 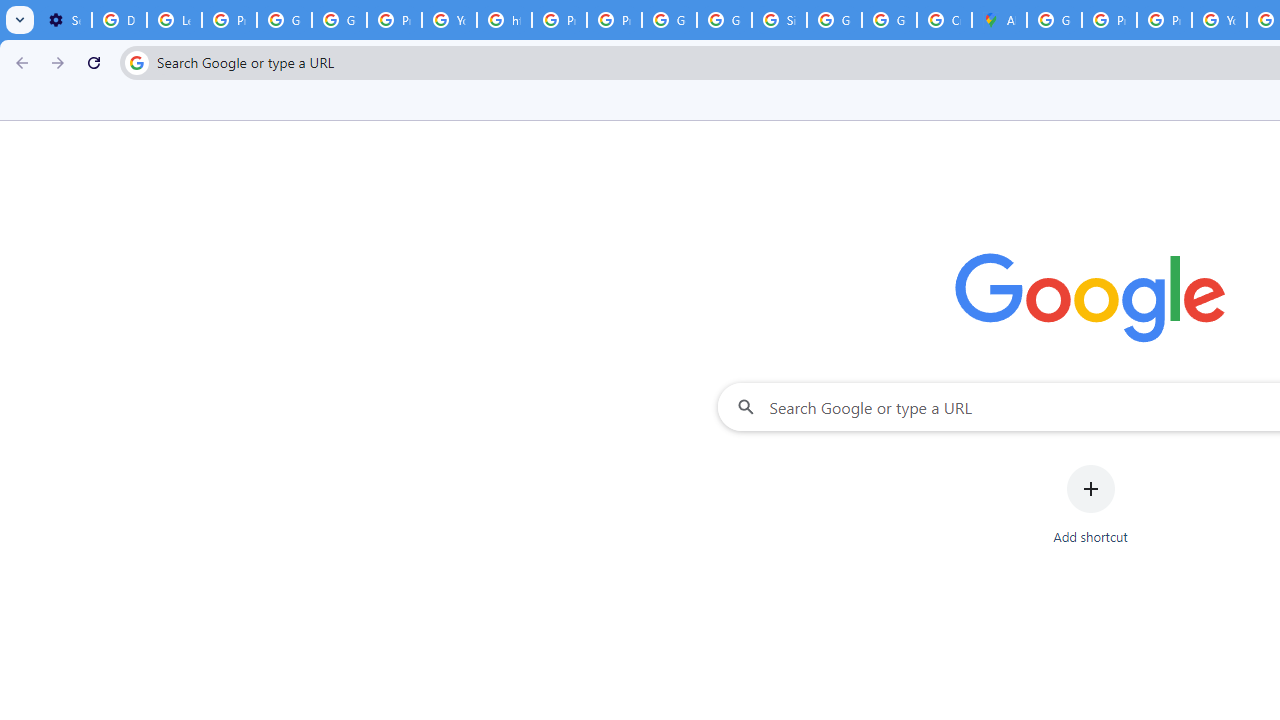 I want to click on 'Google Account Help', so click(x=283, y=20).